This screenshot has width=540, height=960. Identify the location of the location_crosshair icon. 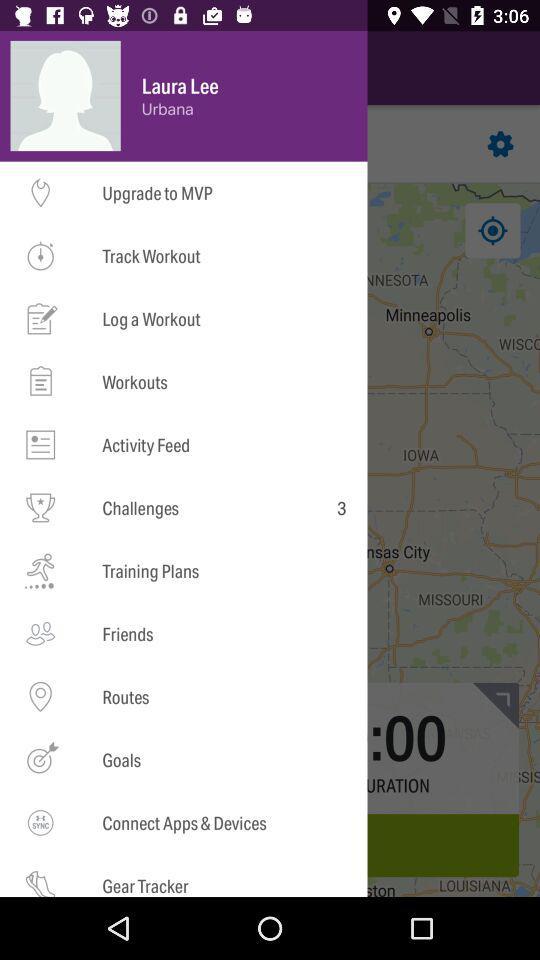
(47, 230).